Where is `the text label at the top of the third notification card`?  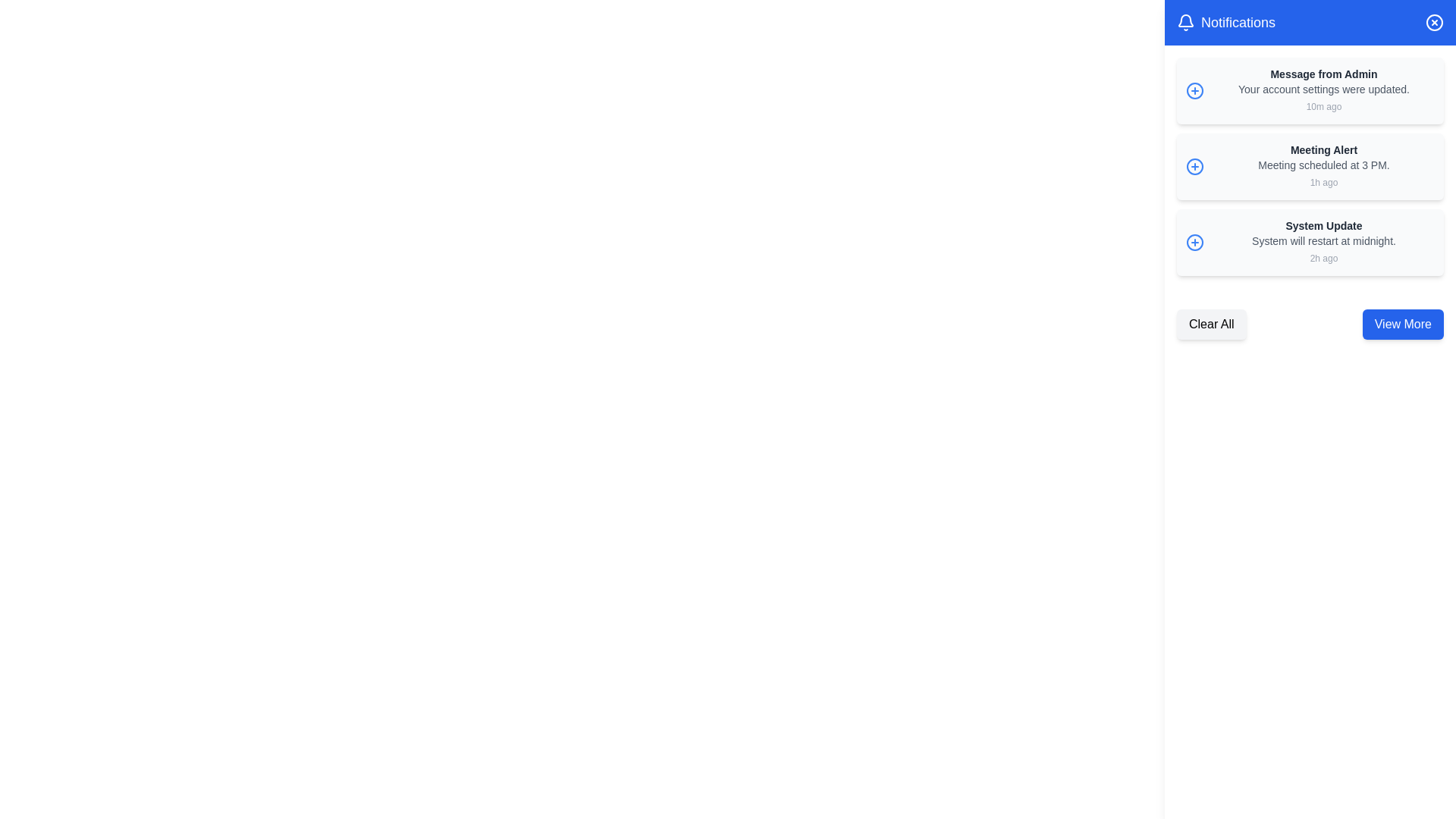 the text label at the top of the third notification card is located at coordinates (1323, 225).